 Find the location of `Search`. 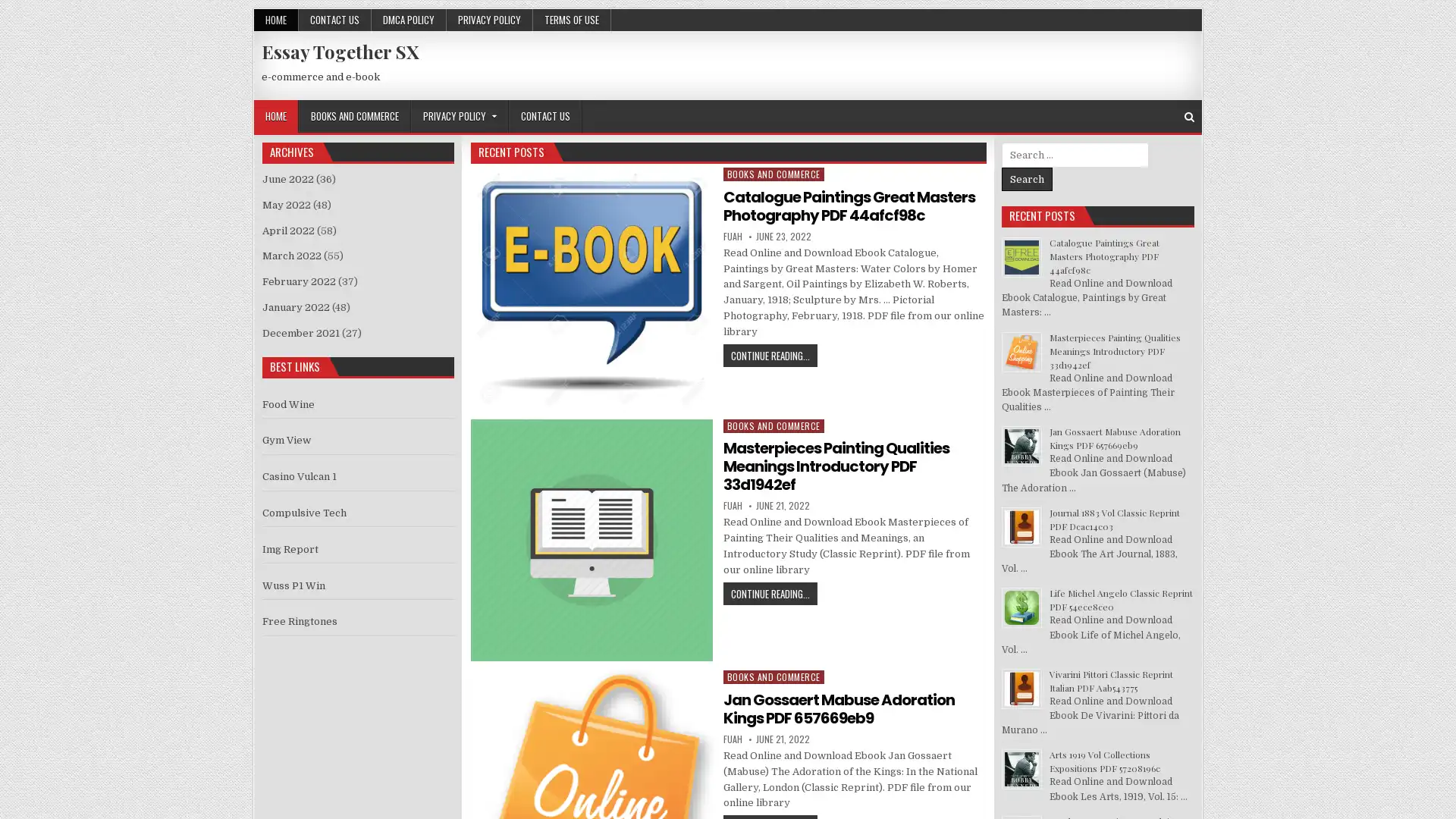

Search is located at coordinates (1027, 178).